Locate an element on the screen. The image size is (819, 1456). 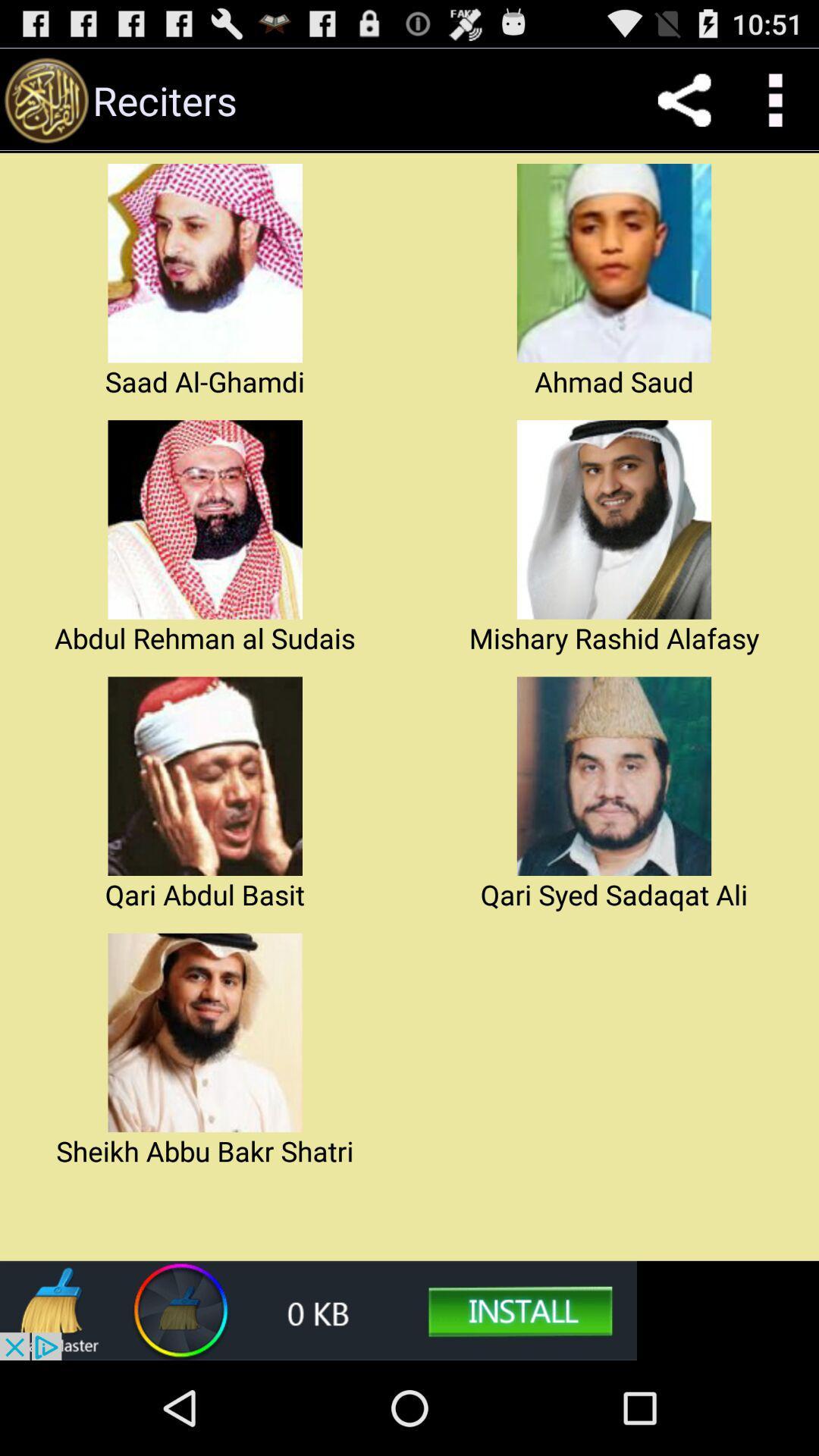
for advertisement is located at coordinates (318, 1310).